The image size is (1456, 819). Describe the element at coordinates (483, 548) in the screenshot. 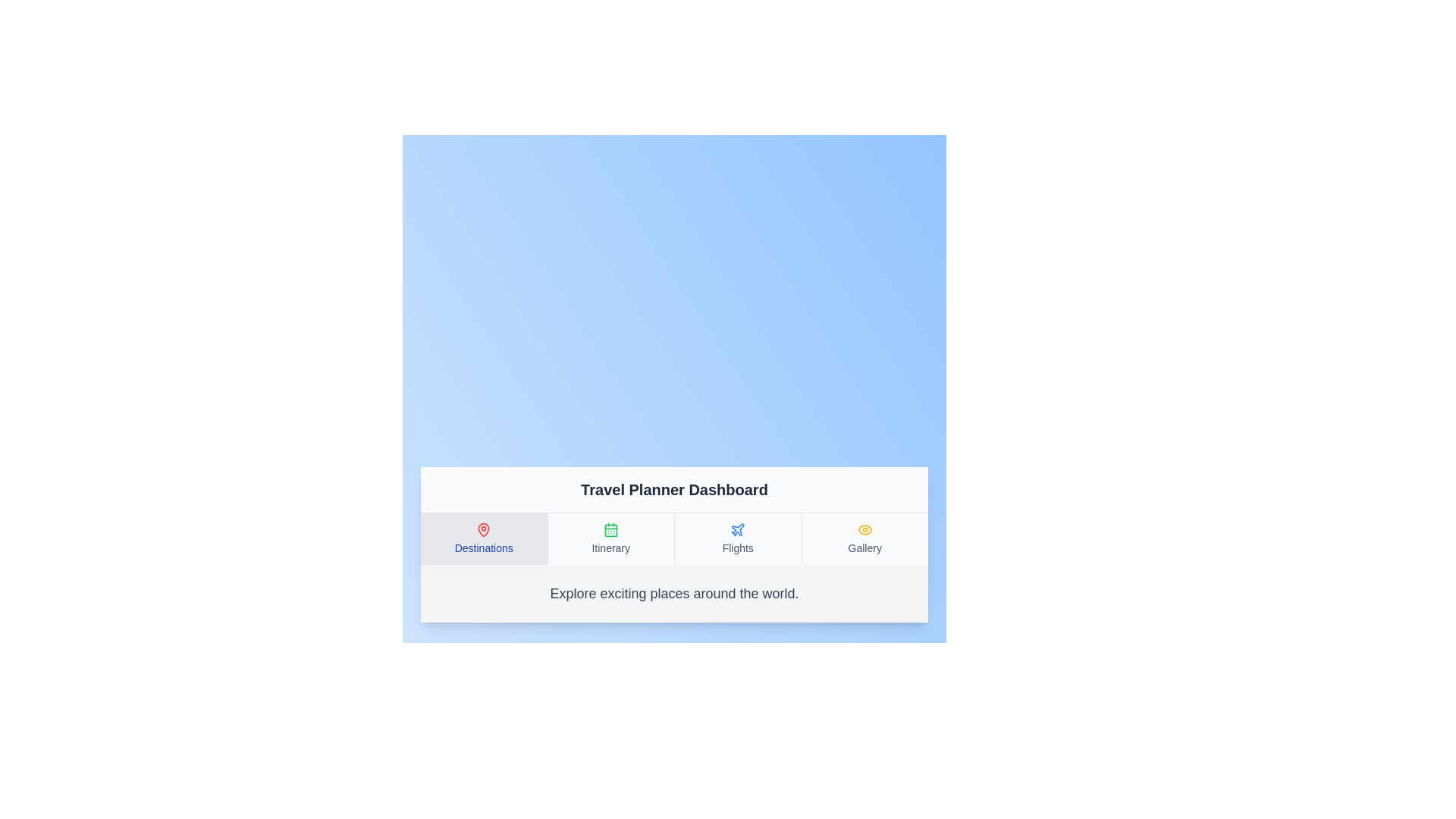

I see `the 'Destinations' text label, which is a small-sized text positioned below a red map pin icon in the navigation section of the UI` at that location.